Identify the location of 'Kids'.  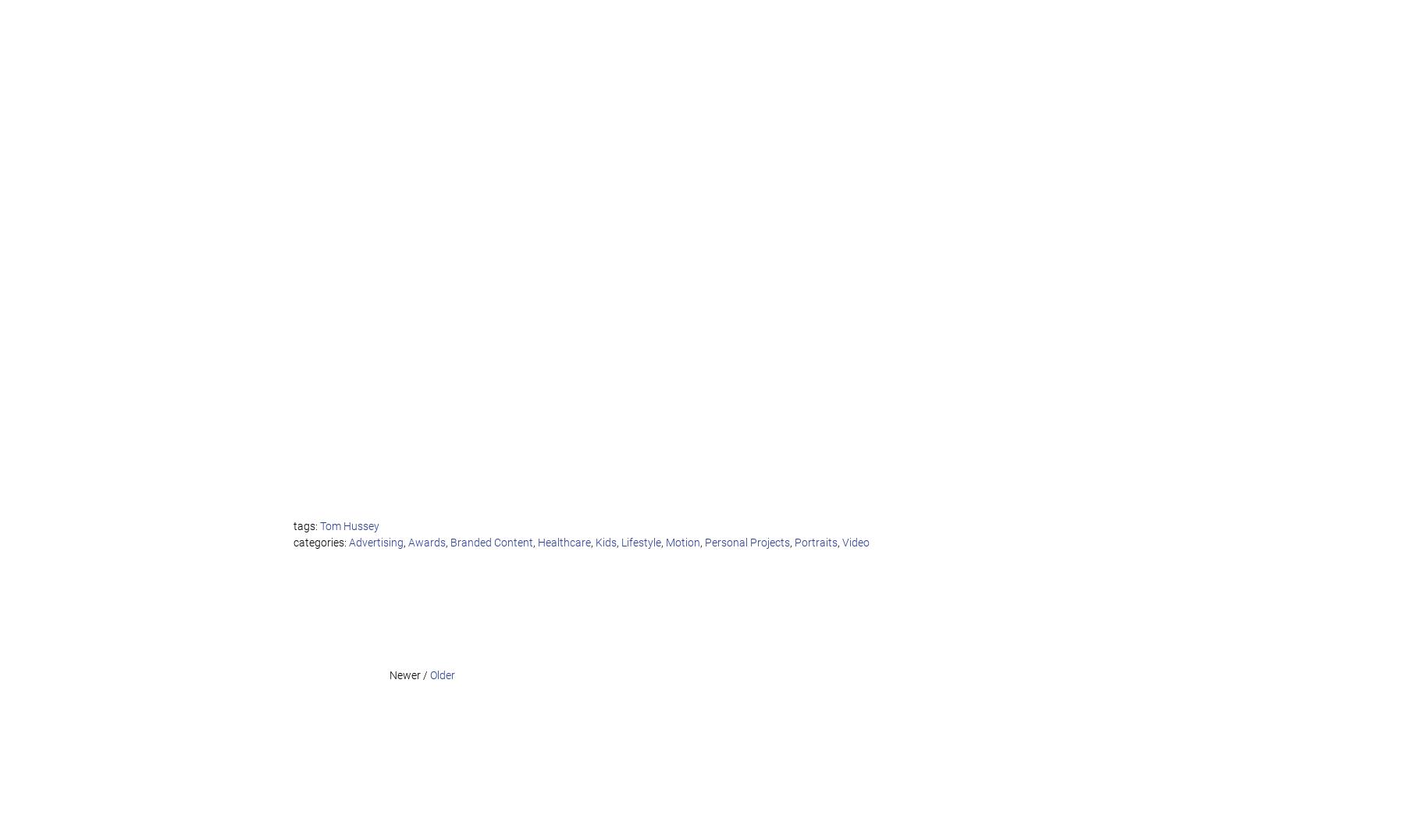
(606, 542).